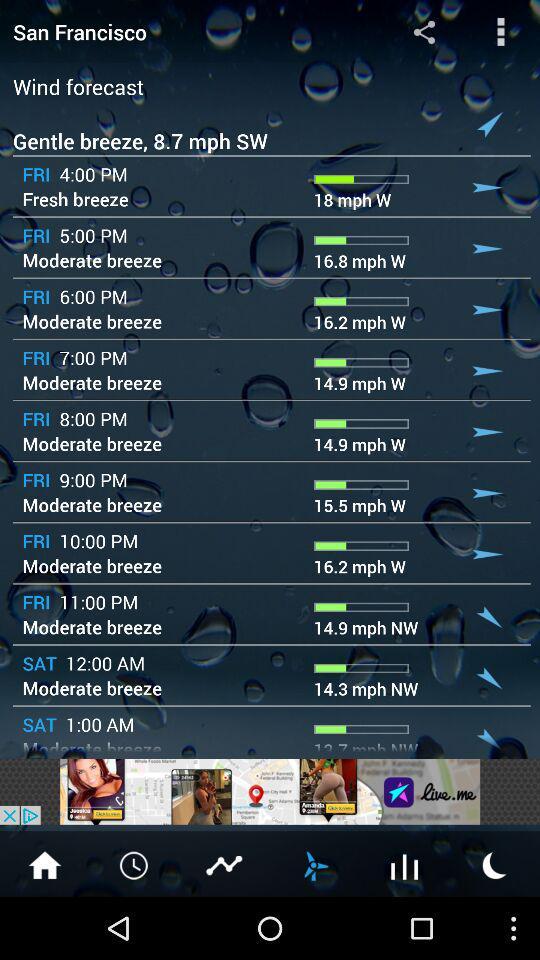 The width and height of the screenshot is (540, 960). I want to click on the more icon, so click(500, 33).